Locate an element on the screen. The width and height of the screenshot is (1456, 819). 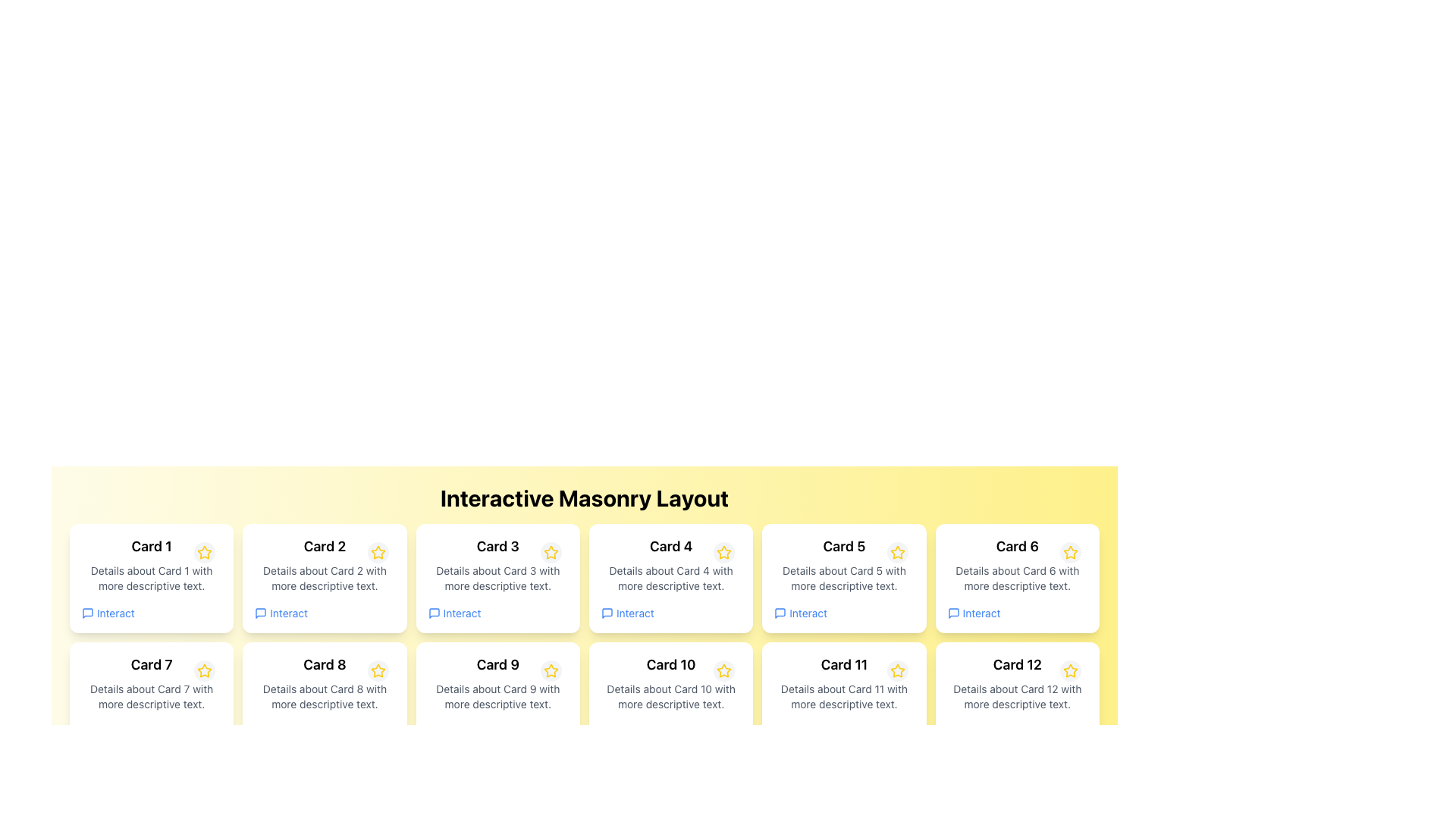
the interactive link located at the bottom of 'Card 8' is located at coordinates (281, 730).